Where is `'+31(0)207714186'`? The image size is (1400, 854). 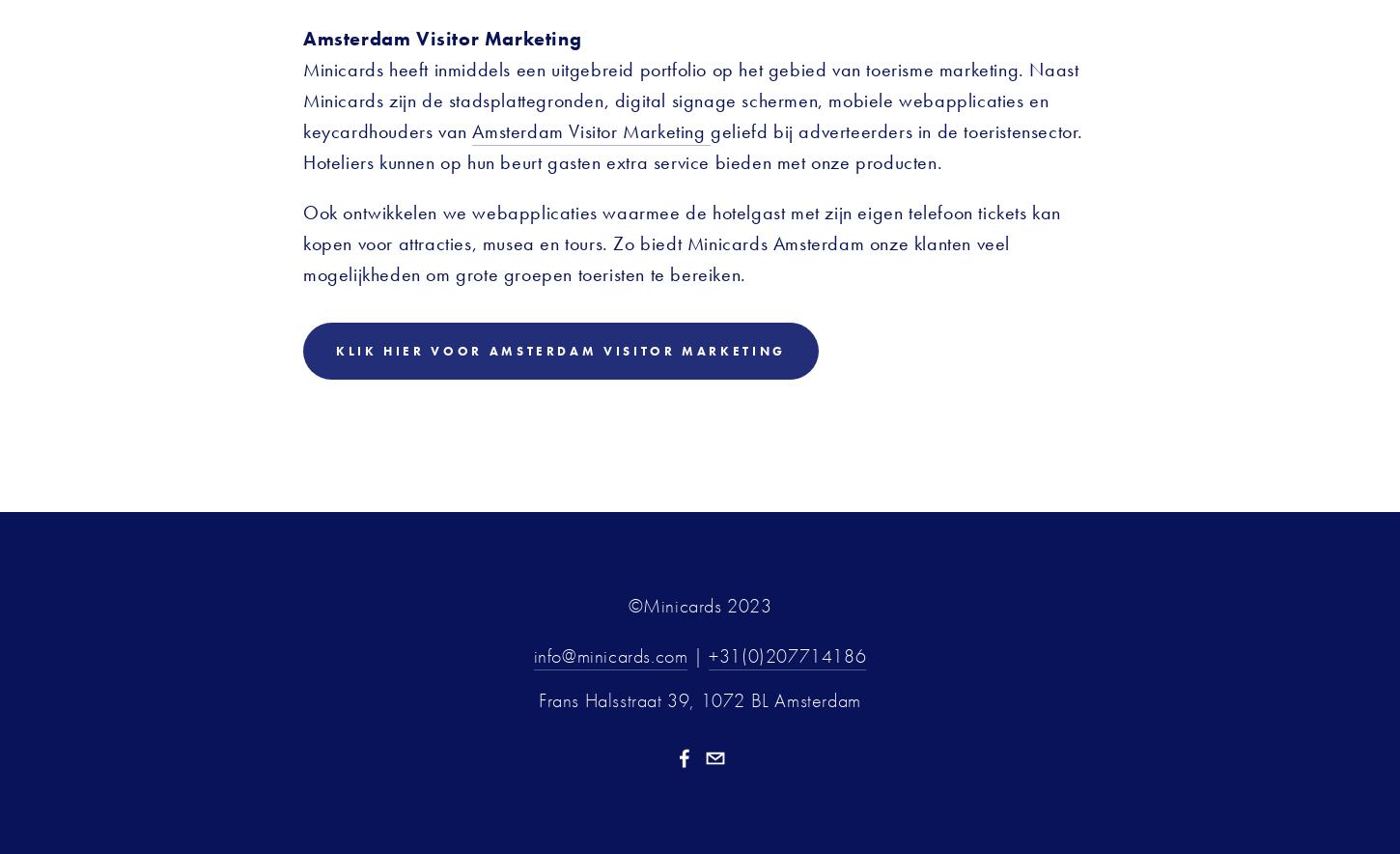
'+31(0)207714186' is located at coordinates (787, 655).